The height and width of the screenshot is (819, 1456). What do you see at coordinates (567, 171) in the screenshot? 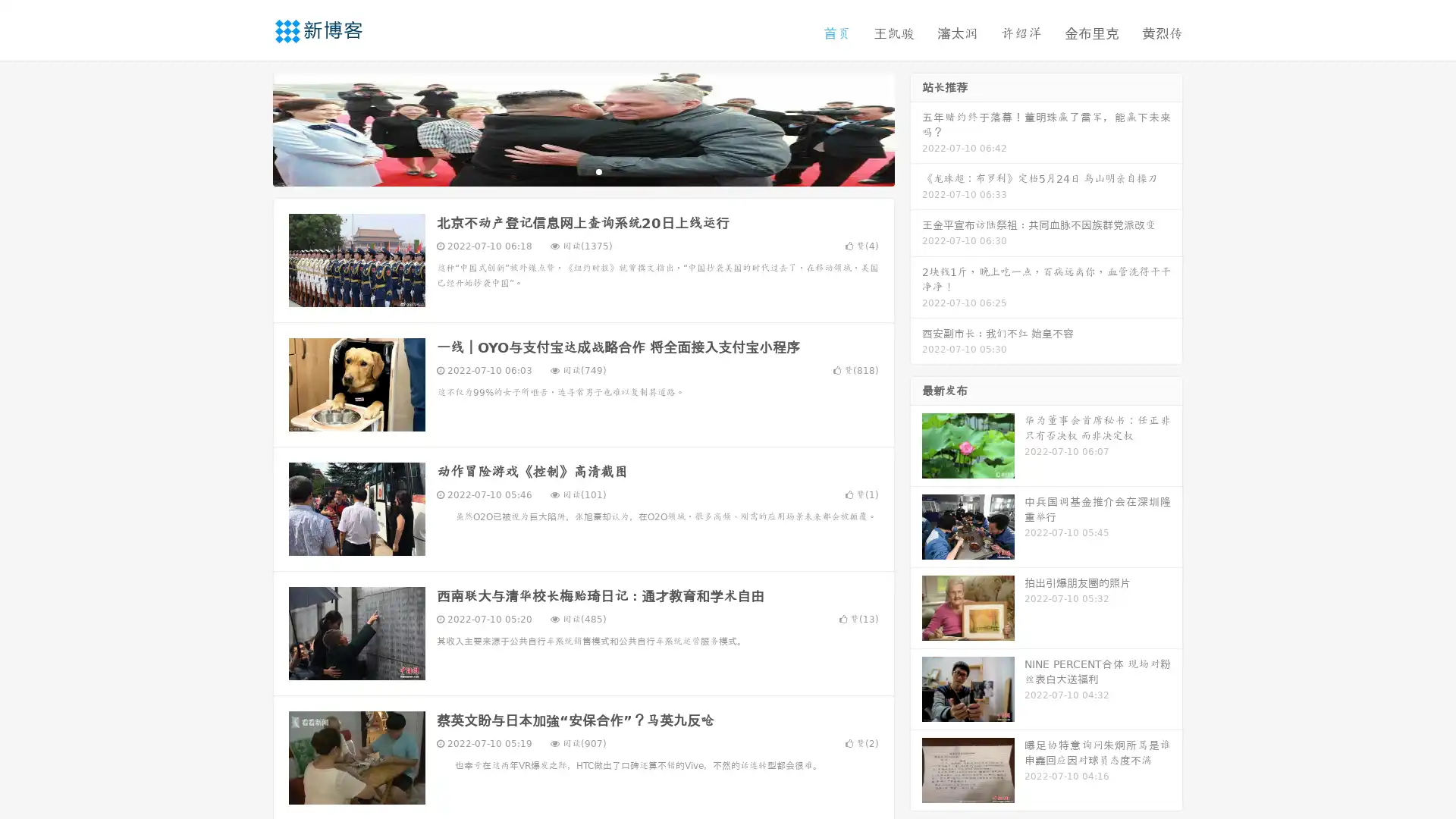
I see `Go to slide 1` at bounding box center [567, 171].